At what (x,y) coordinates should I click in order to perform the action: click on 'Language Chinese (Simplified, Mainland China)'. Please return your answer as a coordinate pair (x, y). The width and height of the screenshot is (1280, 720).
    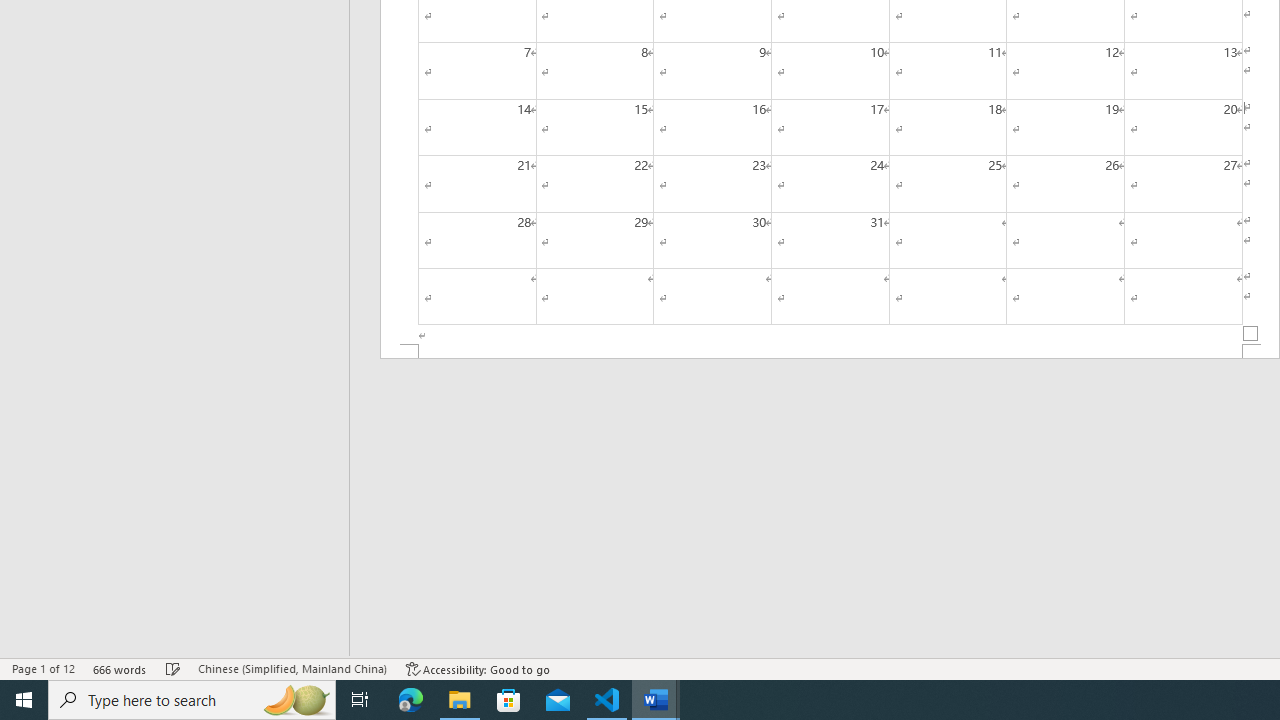
    Looking at the image, I should click on (291, 669).